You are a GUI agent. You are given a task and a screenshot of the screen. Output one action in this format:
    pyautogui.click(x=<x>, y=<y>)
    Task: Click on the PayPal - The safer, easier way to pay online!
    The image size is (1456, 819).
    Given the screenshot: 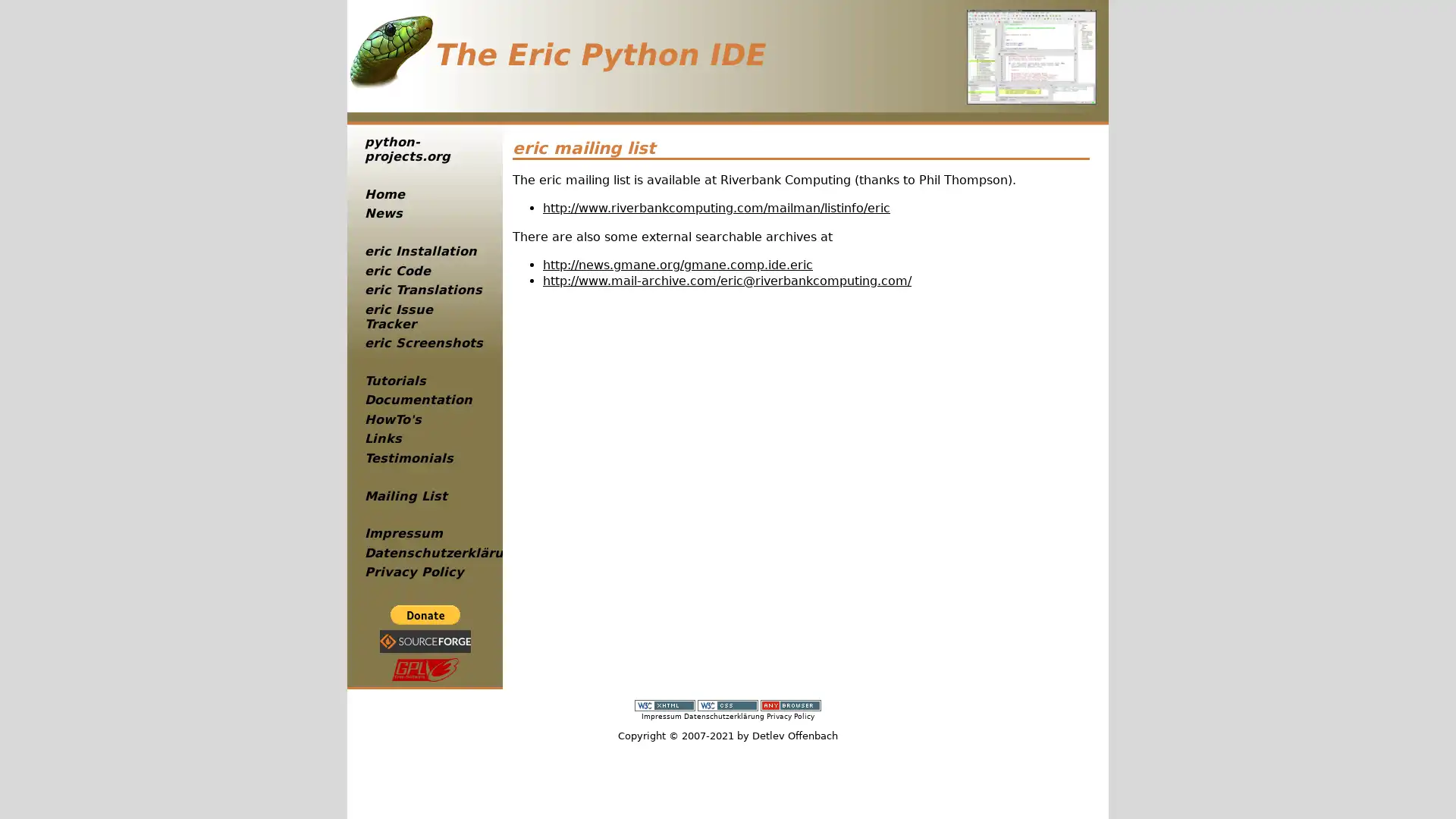 What is the action you would take?
    pyautogui.click(x=425, y=614)
    